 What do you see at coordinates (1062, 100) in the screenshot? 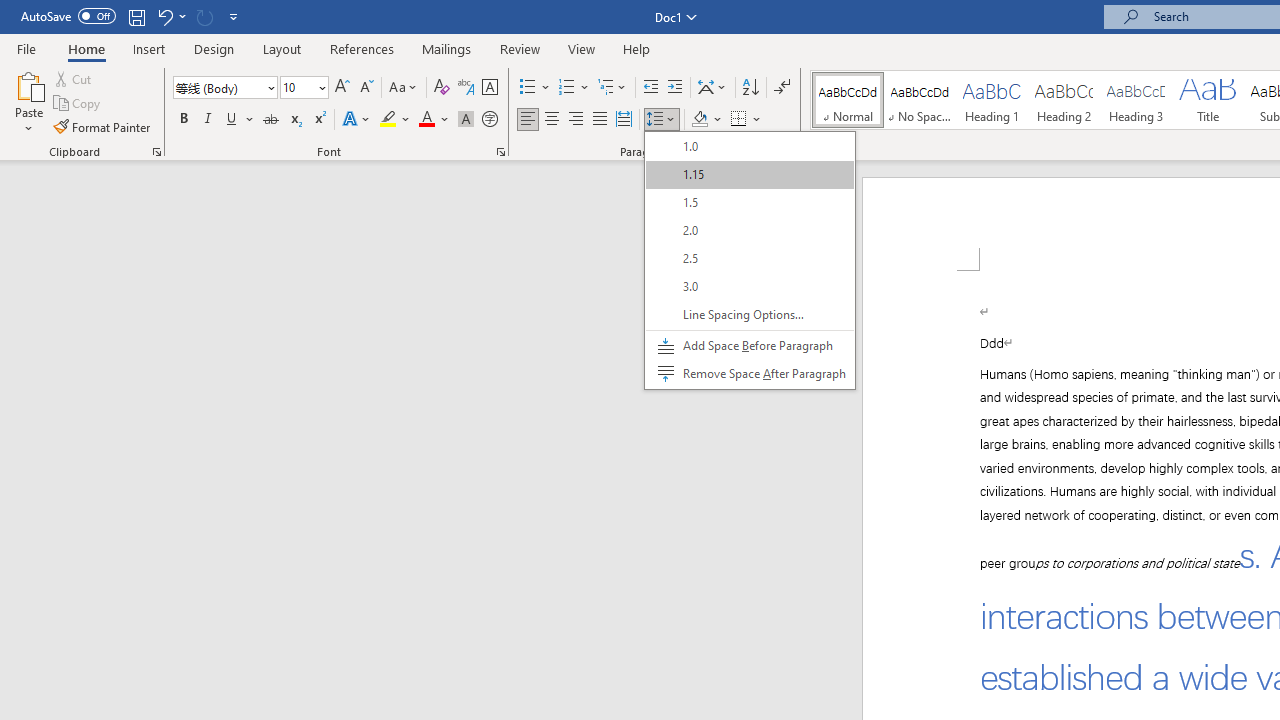
I see `'Heading 2'` at bounding box center [1062, 100].